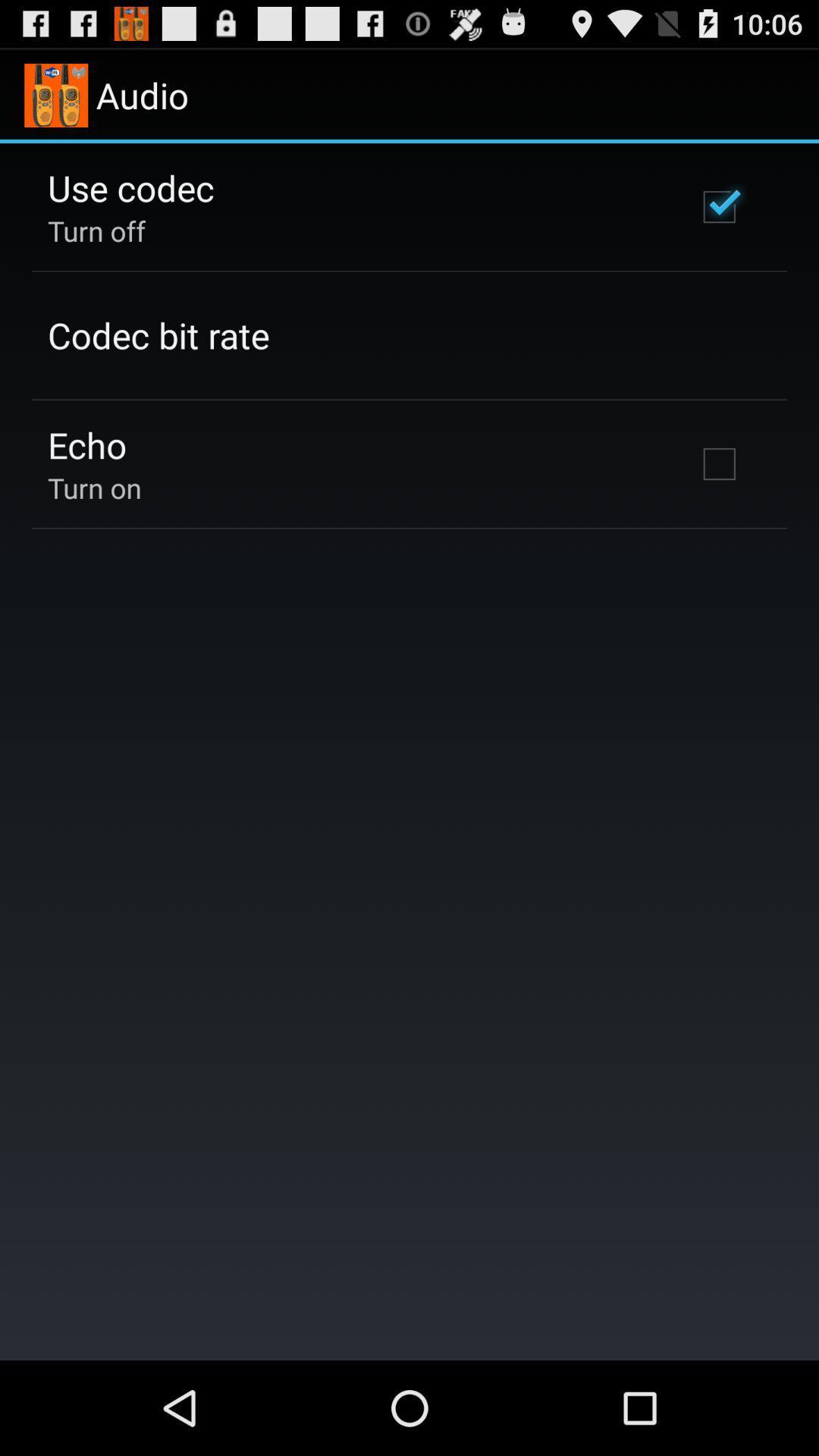  Describe the element at coordinates (96, 230) in the screenshot. I see `app above the codec bit rate` at that location.